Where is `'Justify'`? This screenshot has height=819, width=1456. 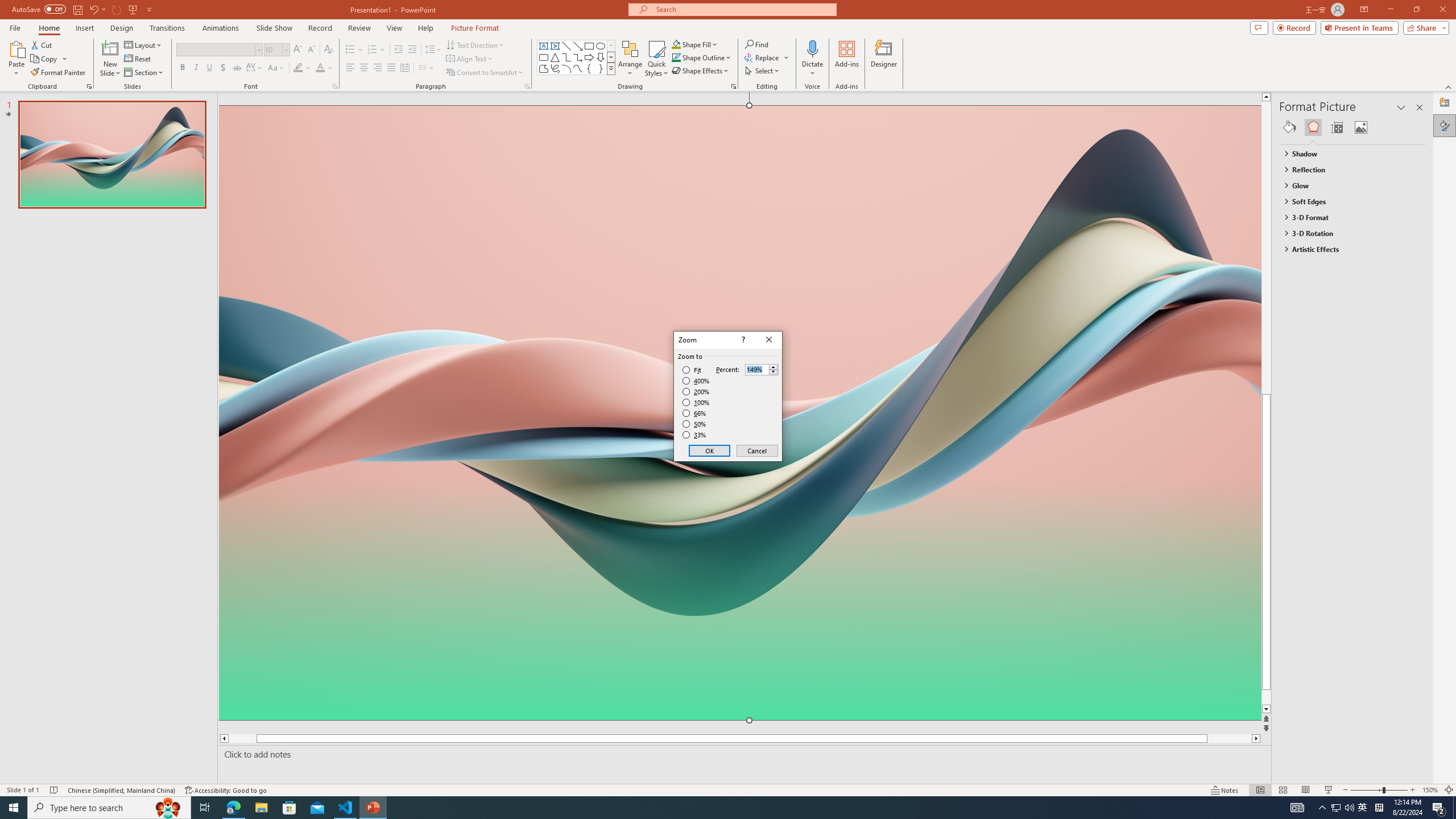
'Justify' is located at coordinates (390, 67).